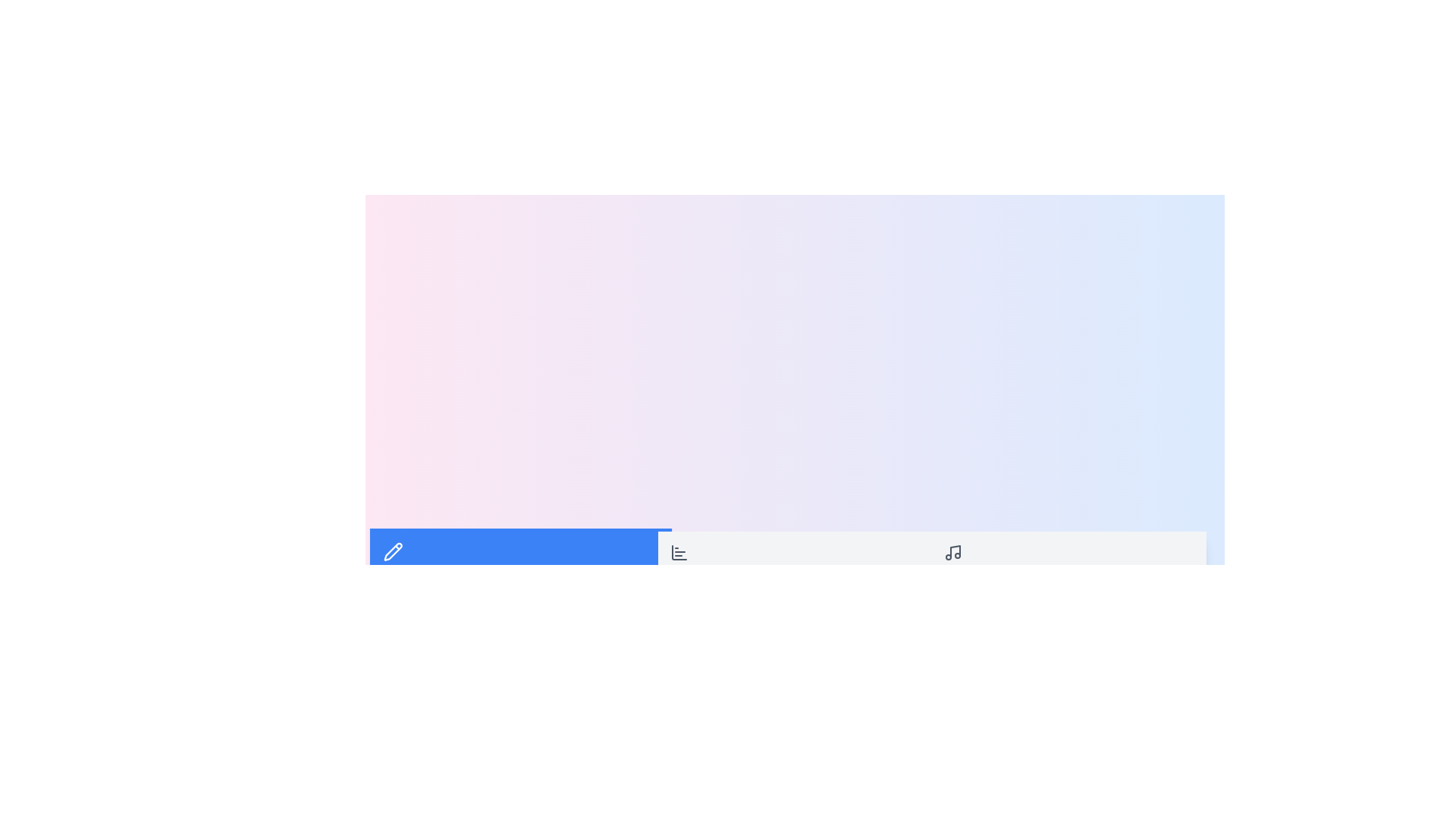 Image resolution: width=1456 pixels, height=819 pixels. What do you see at coordinates (1068, 561) in the screenshot?
I see `the tab labeled Audio to observe its visual effect` at bounding box center [1068, 561].